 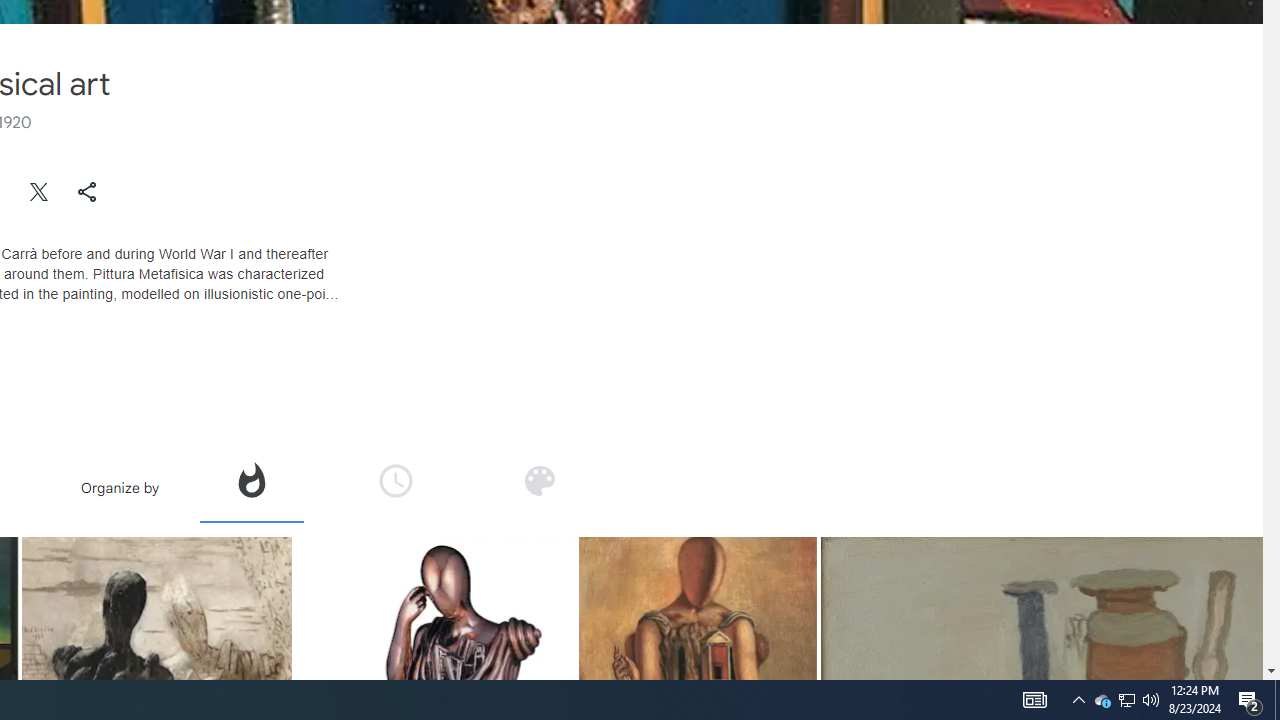 What do you see at coordinates (86, 191) in the screenshot?
I see `'Share "Metaphysical art"'` at bounding box center [86, 191].